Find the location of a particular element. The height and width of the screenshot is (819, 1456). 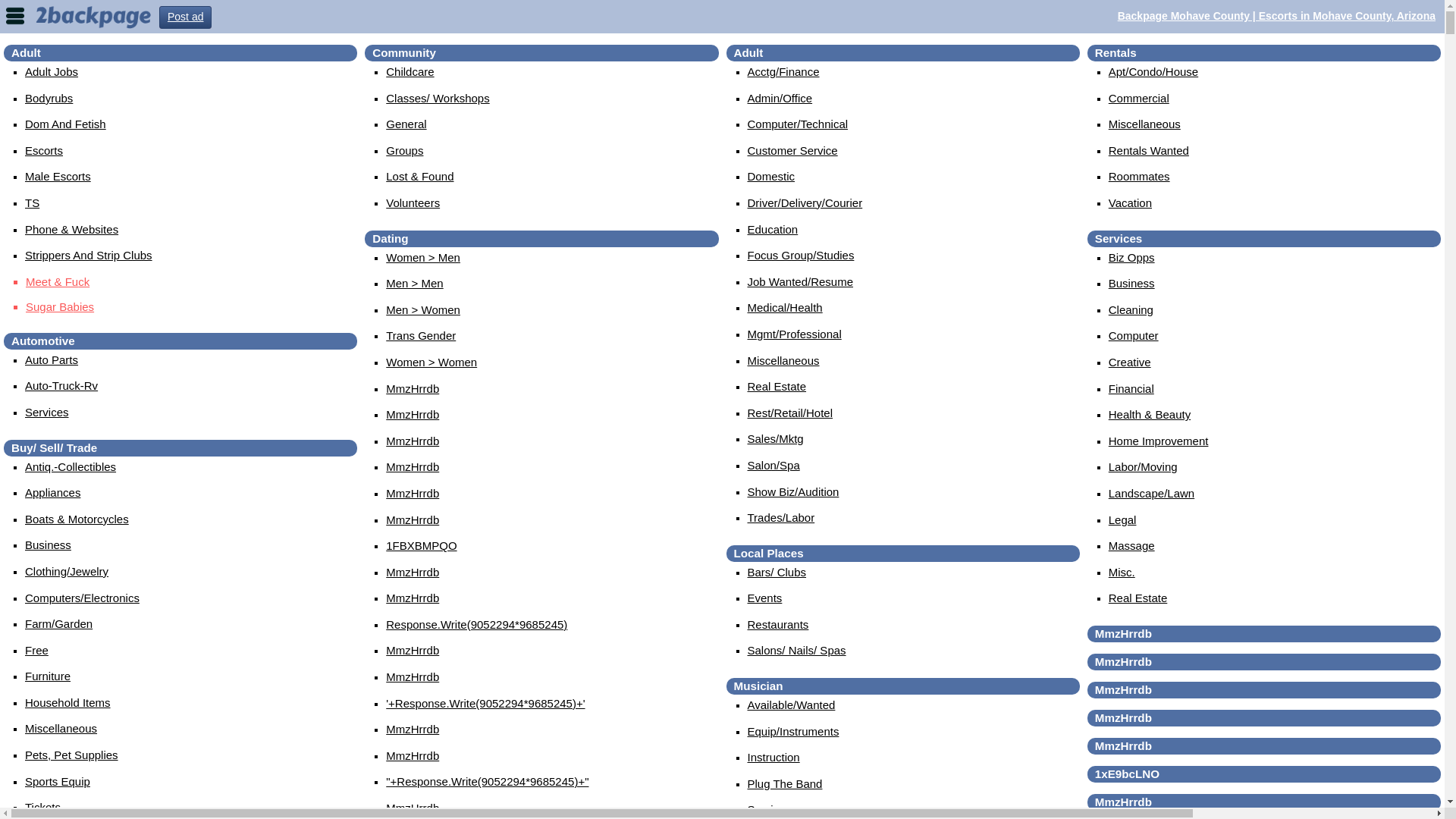

'Rest/Retail/Hotel' is located at coordinates (789, 413).